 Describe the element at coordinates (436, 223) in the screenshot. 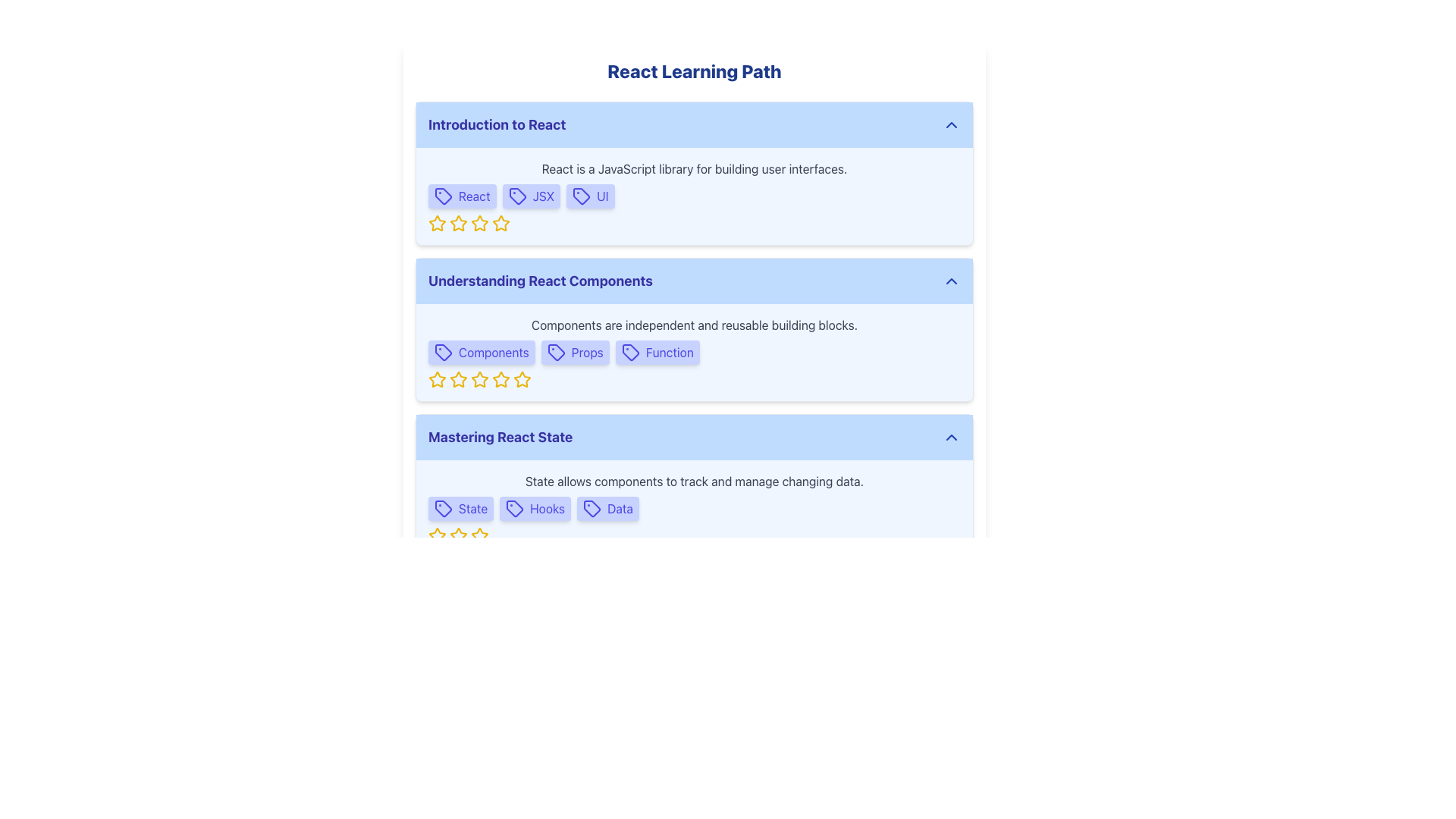

I see `the first star icon representing the first rating point in the 1-to-5 rating system for the 'Introduction to React' section` at that location.